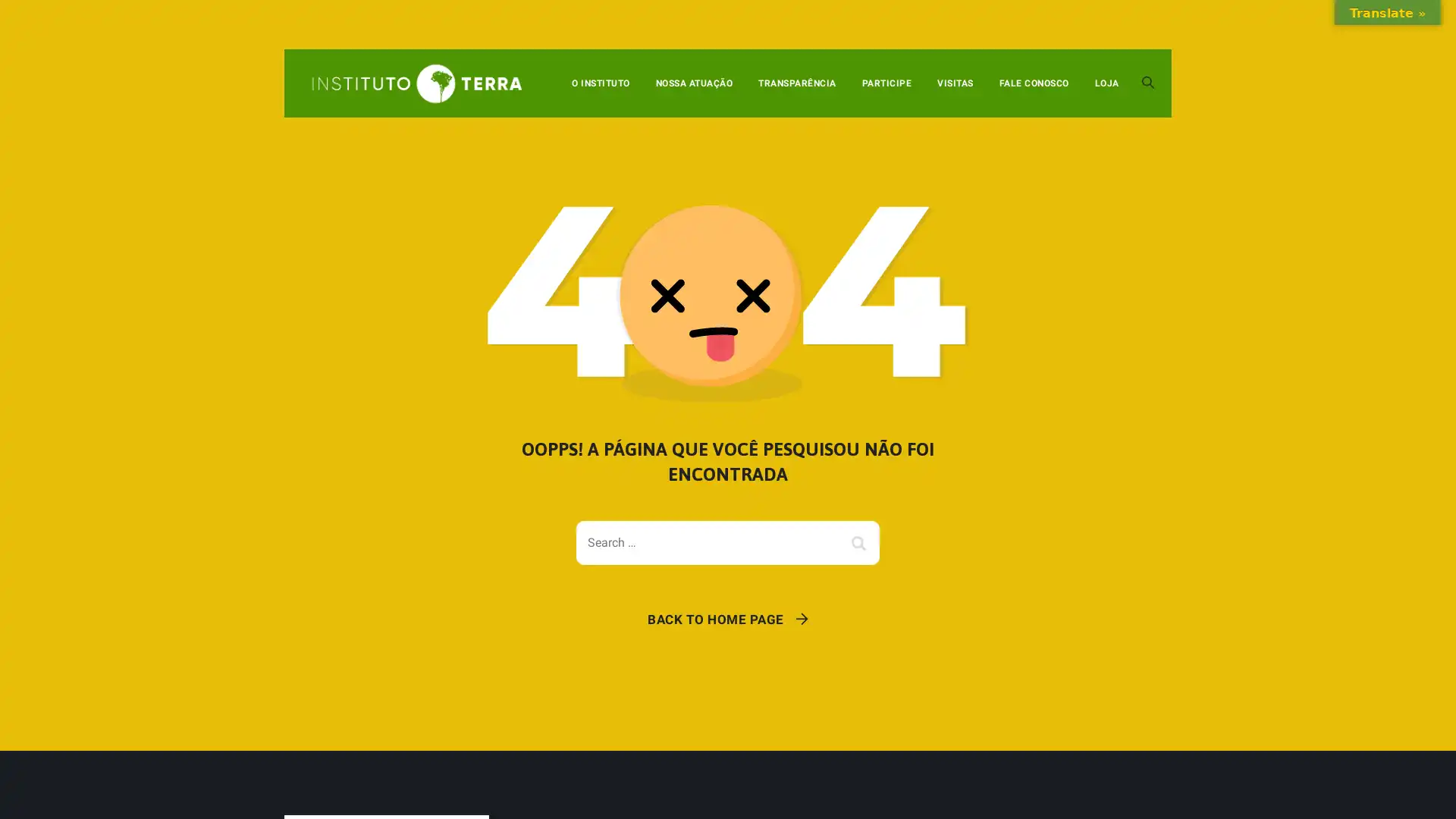  Describe the element at coordinates (1420, 792) in the screenshot. I see `OK` at that location.